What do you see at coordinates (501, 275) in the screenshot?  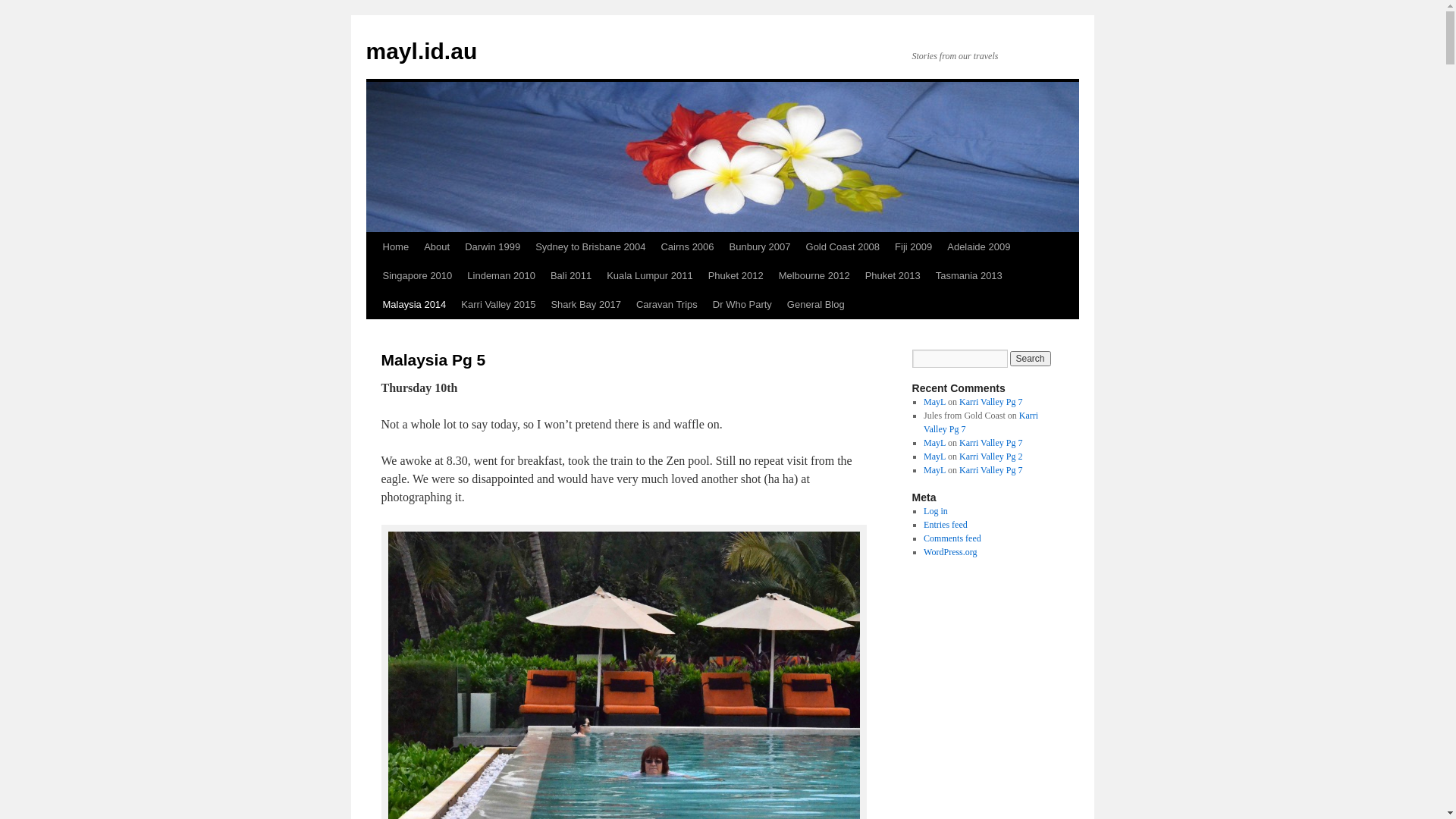 I see `'Lindeman 2010'` at bounding box center [501, 275].